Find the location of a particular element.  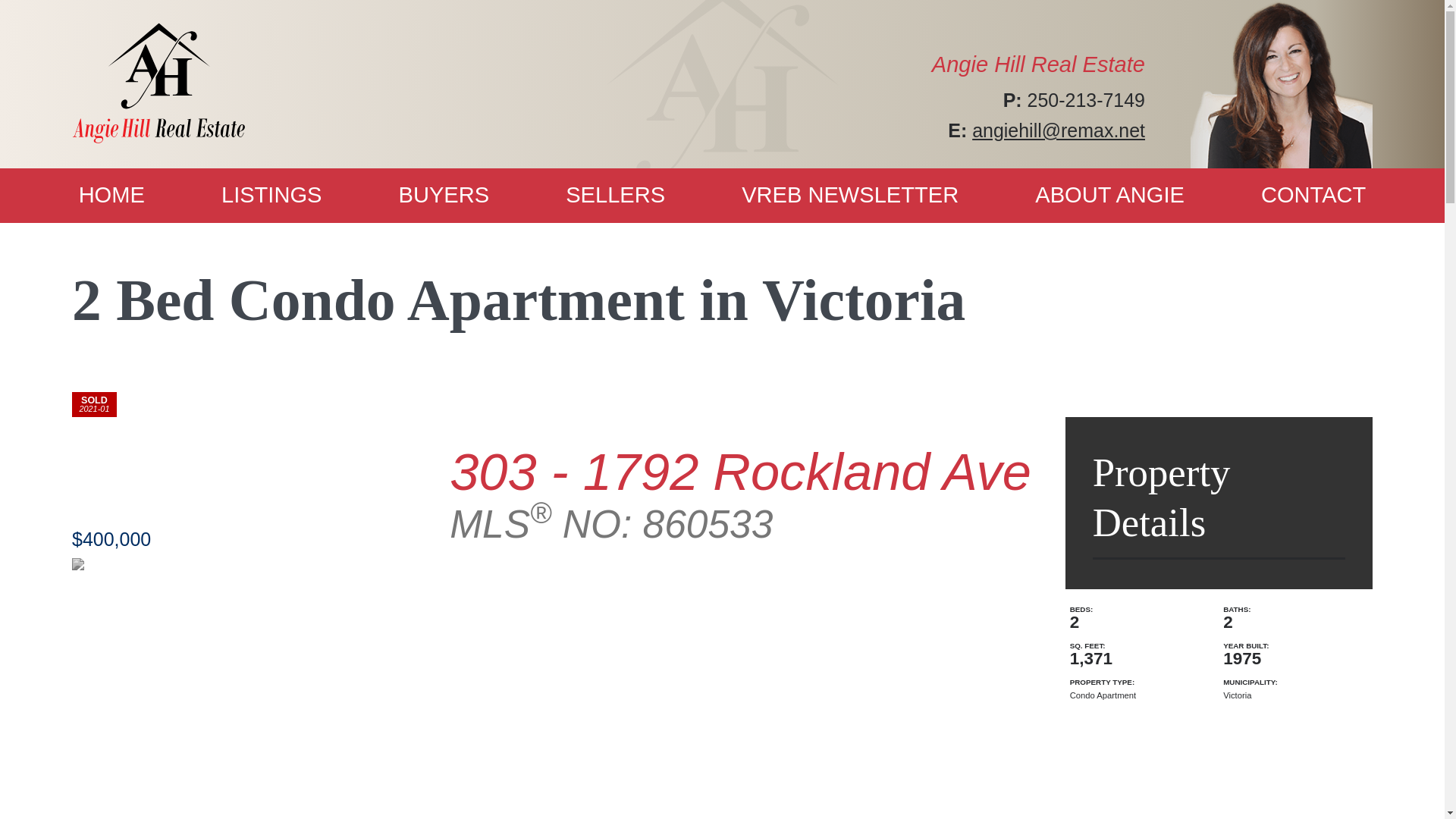

'HOME' is located at coordinates (111, 195).